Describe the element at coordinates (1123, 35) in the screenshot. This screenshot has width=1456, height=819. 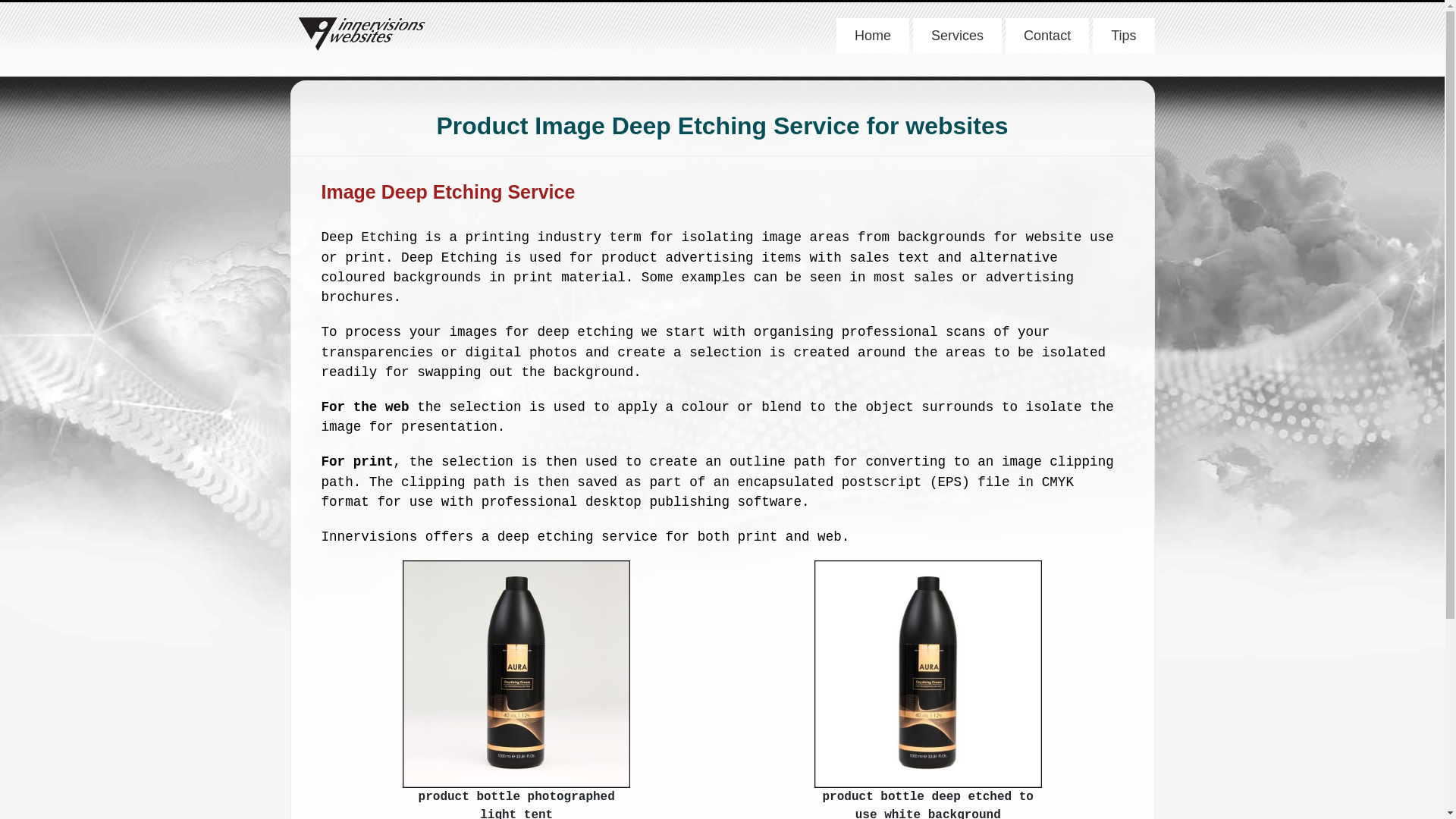
I see `'Tips'` at that location.